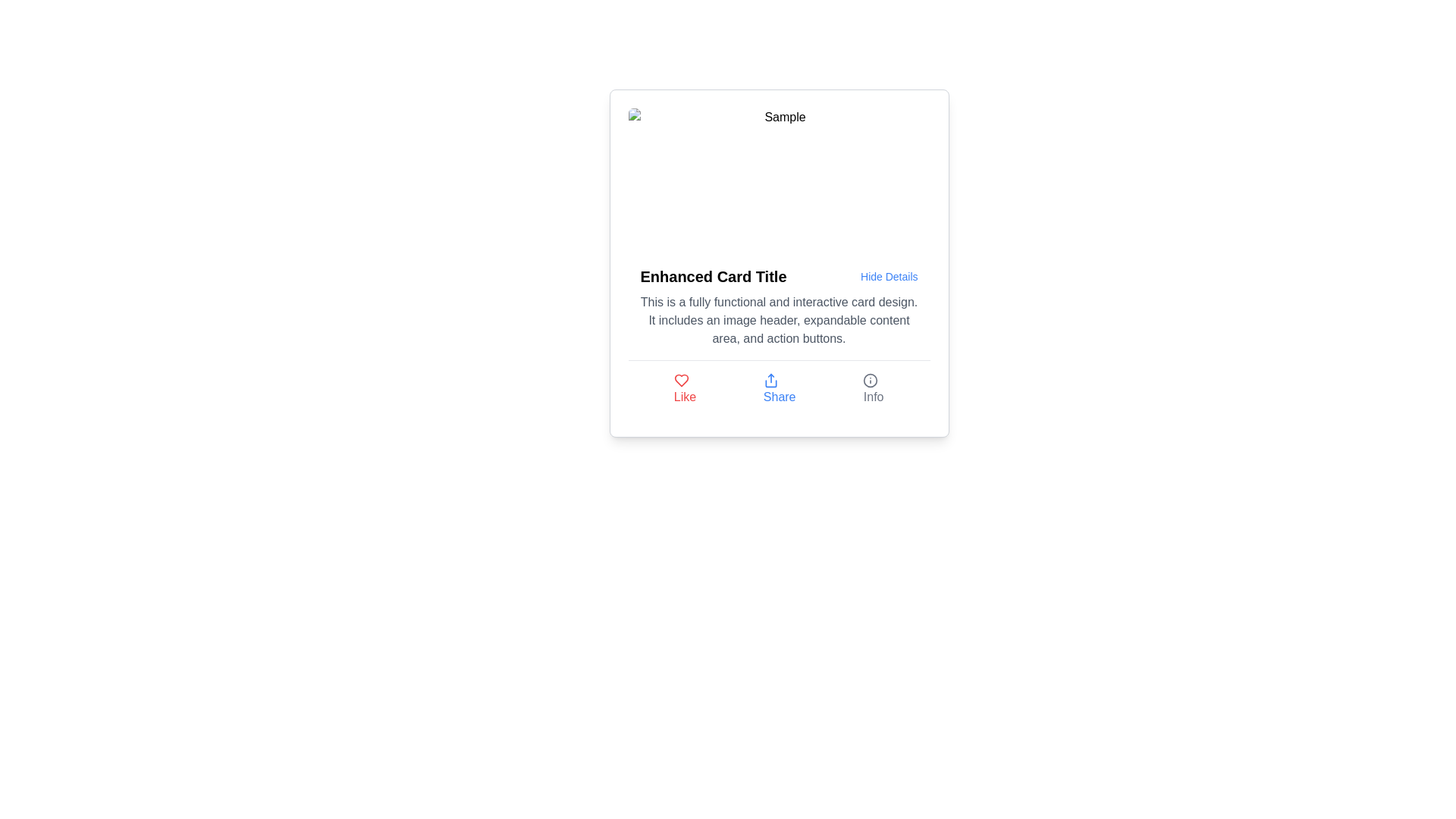 Image resolution: width=1456 pixels, height=819 pixels. What do you see at coordinates (779, 320) in the screenshot?
I see `descriptive text block styled in light gray color, located below the 'Enhanced Card Title' and 'Hide Details' link` at bounding box center [779, 320].